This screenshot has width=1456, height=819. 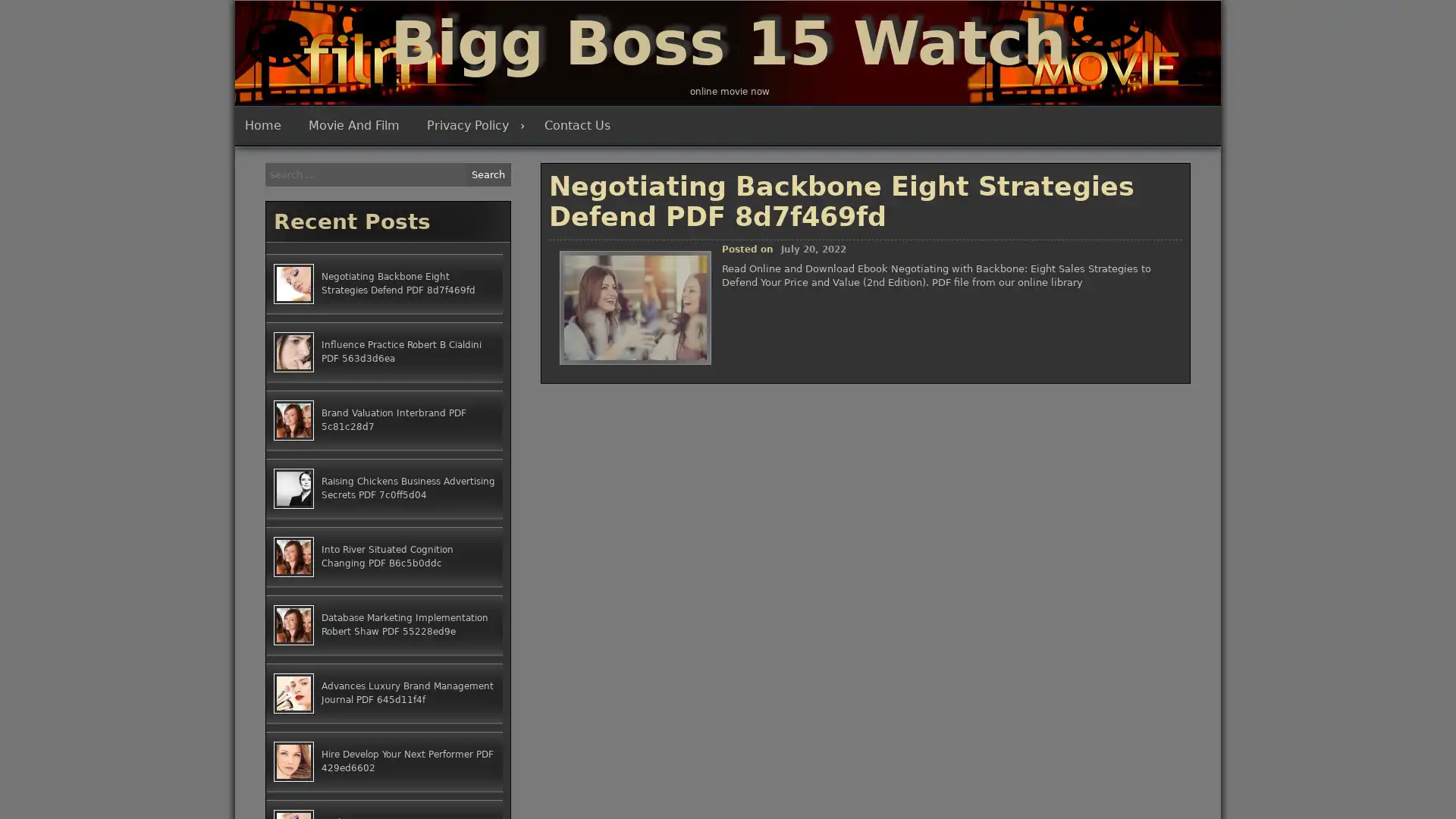 I want to click on Search, so click(x=488, y=174).